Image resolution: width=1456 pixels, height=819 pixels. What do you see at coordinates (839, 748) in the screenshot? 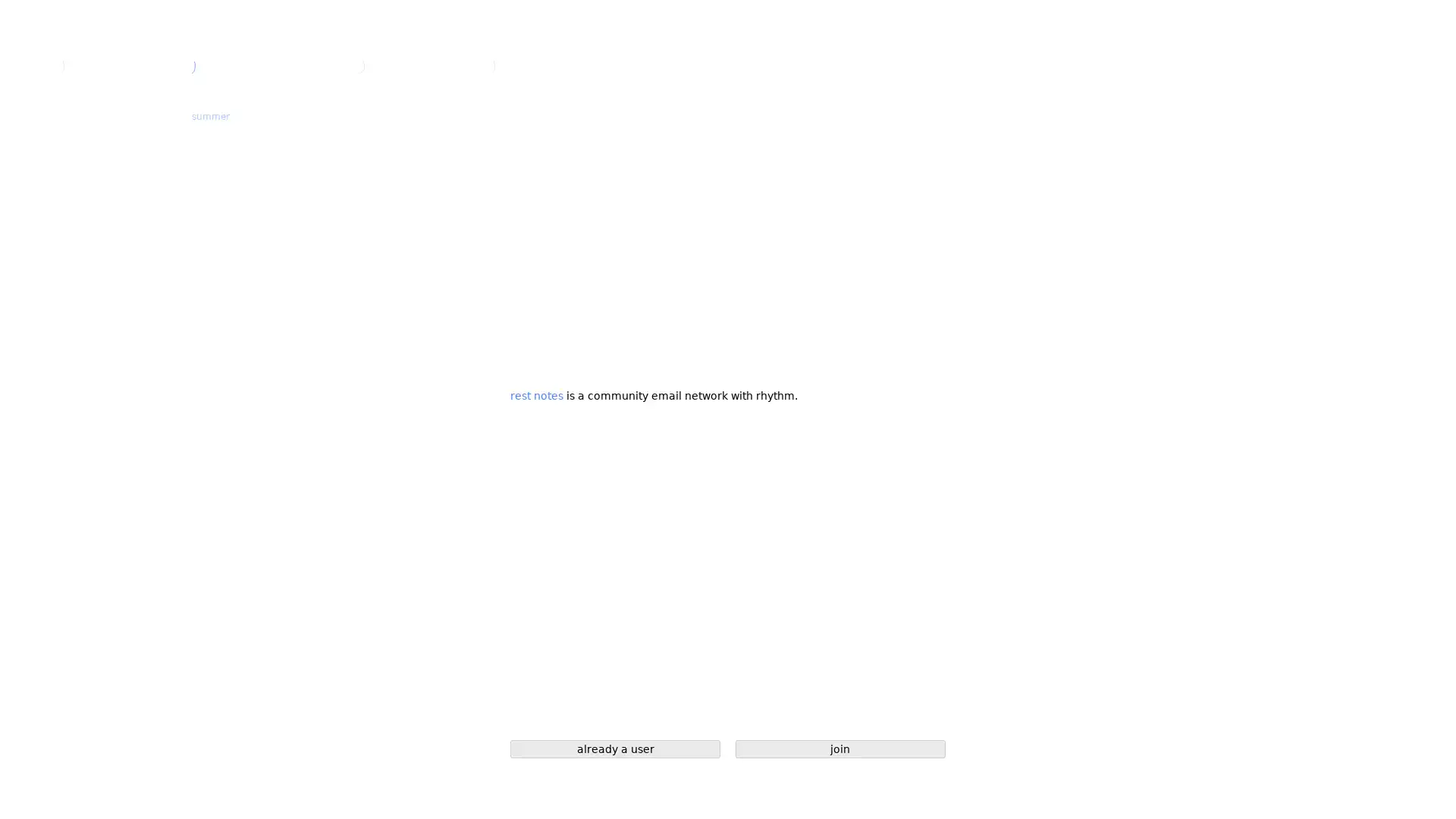
I see `join` at bounding box center [839, 748].